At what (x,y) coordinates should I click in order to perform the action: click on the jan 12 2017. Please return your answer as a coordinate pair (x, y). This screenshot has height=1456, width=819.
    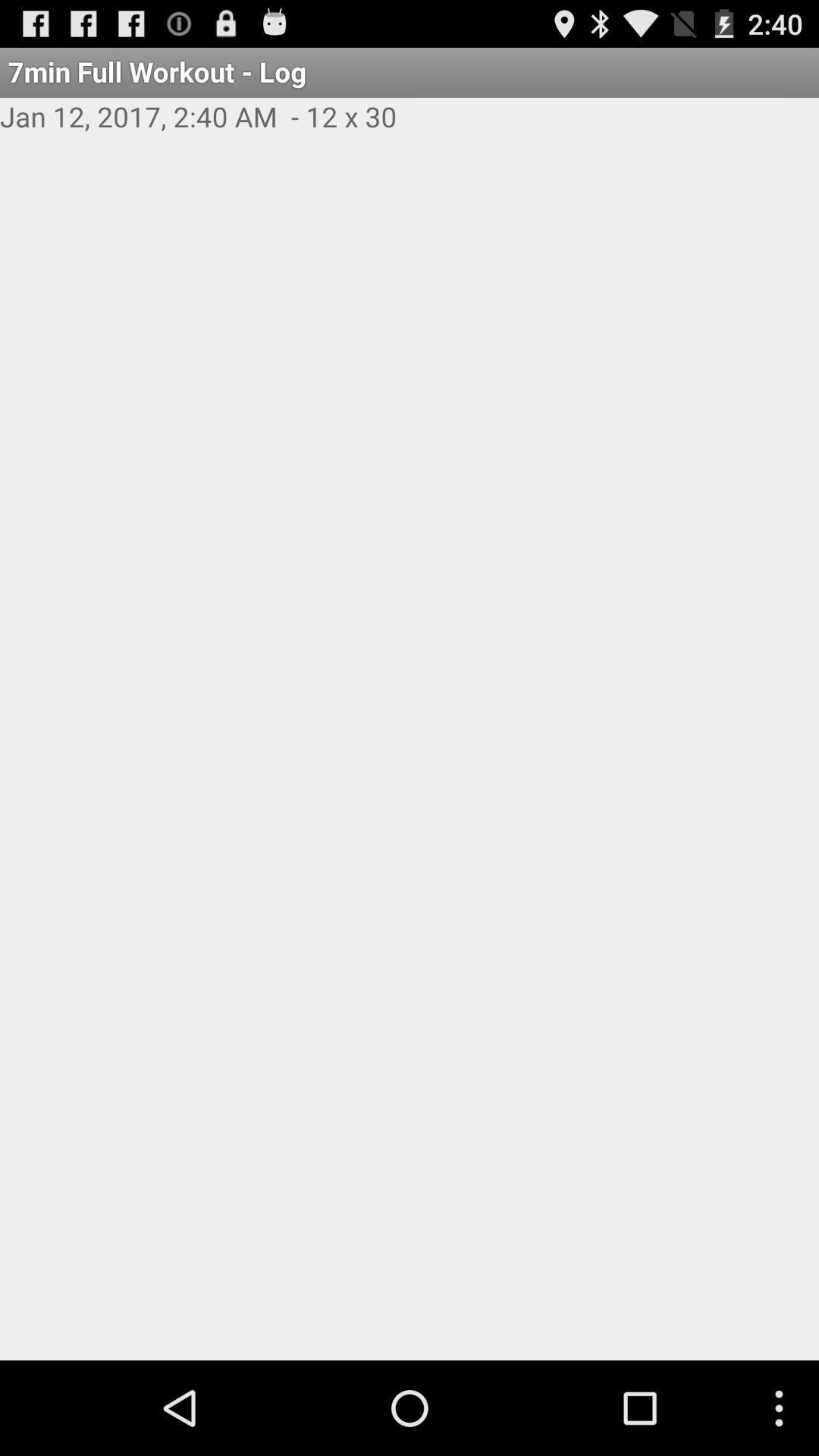
    Looking at the image, I should click on (409, 133).